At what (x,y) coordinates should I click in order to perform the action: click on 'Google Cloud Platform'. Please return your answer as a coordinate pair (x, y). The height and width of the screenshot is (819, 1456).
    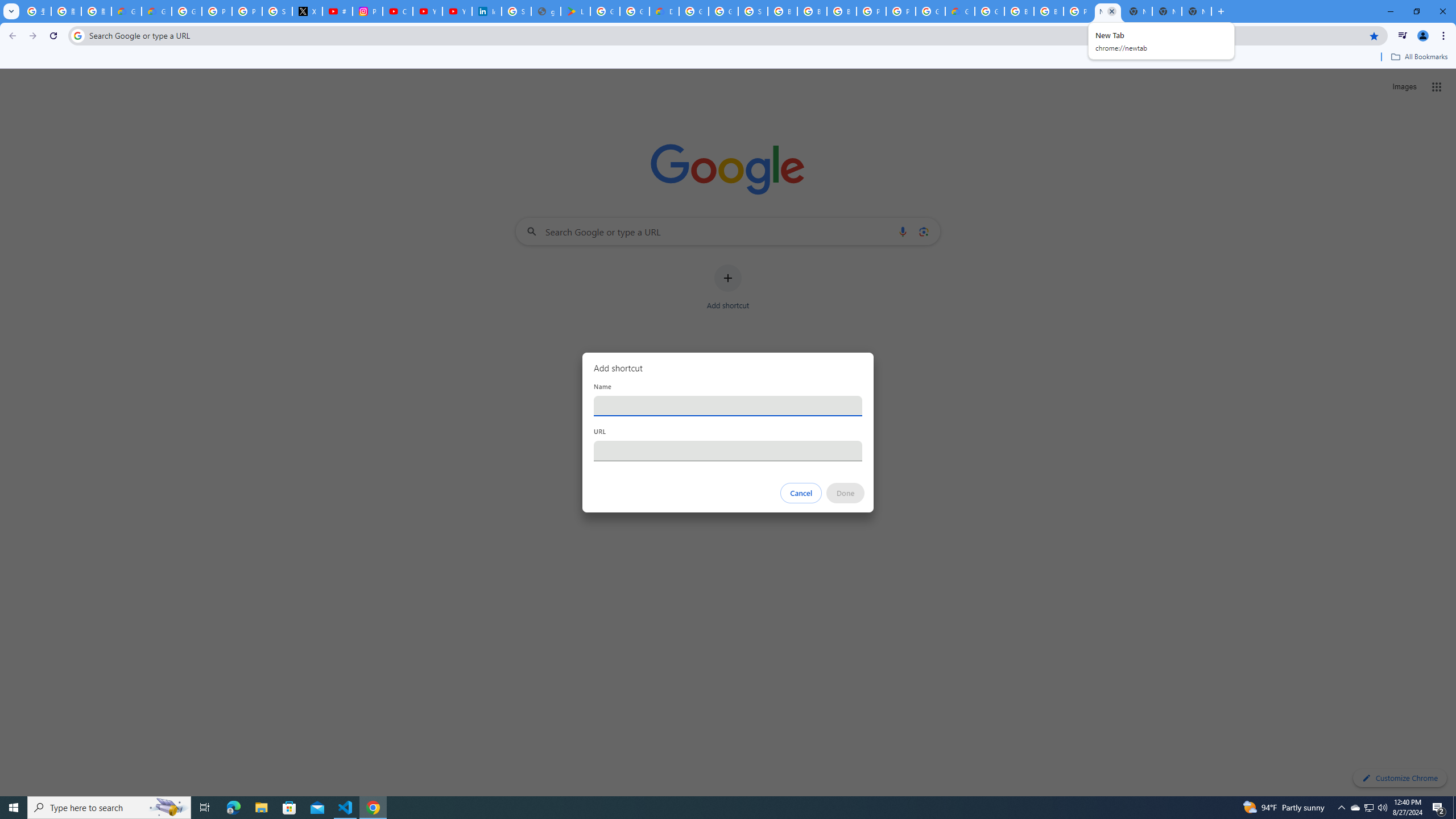
    Looking at the image, I should click on (988, 11).